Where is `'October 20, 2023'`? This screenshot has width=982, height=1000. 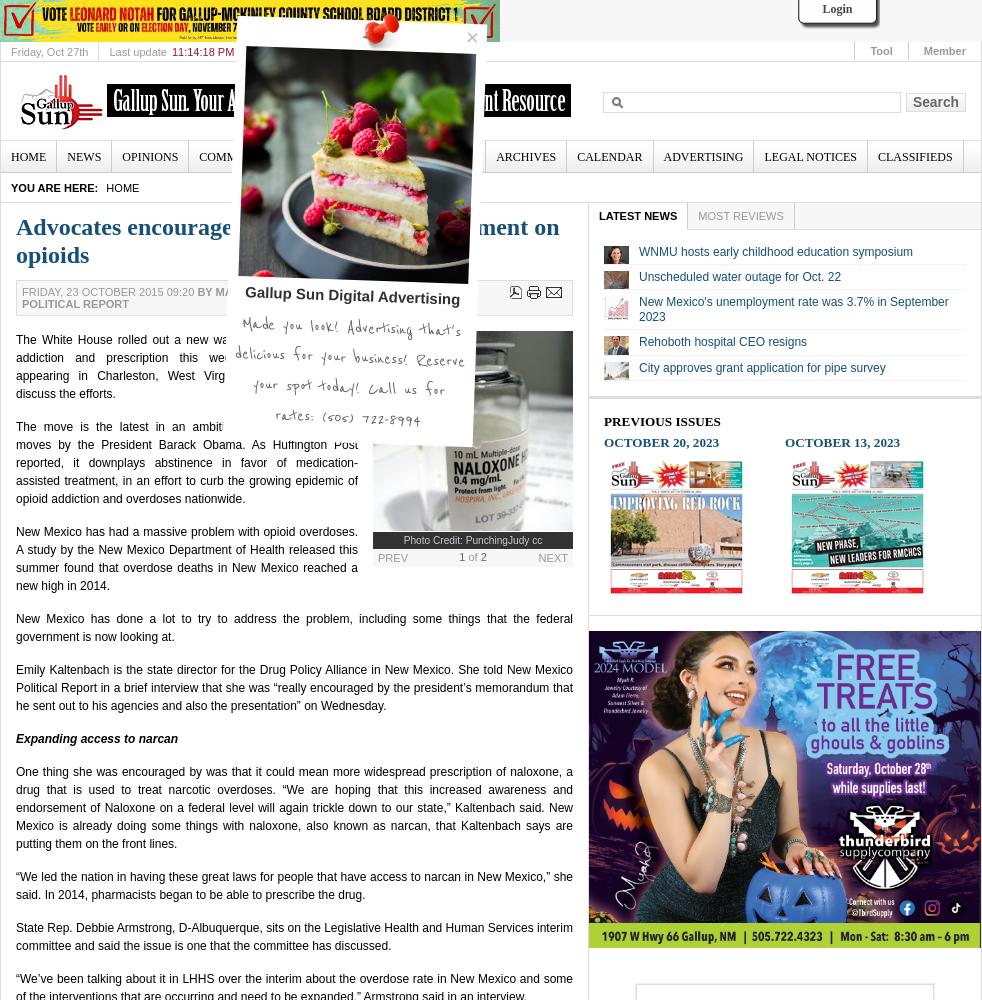
'October 20, 2023' is located at coordinates (603, 440).